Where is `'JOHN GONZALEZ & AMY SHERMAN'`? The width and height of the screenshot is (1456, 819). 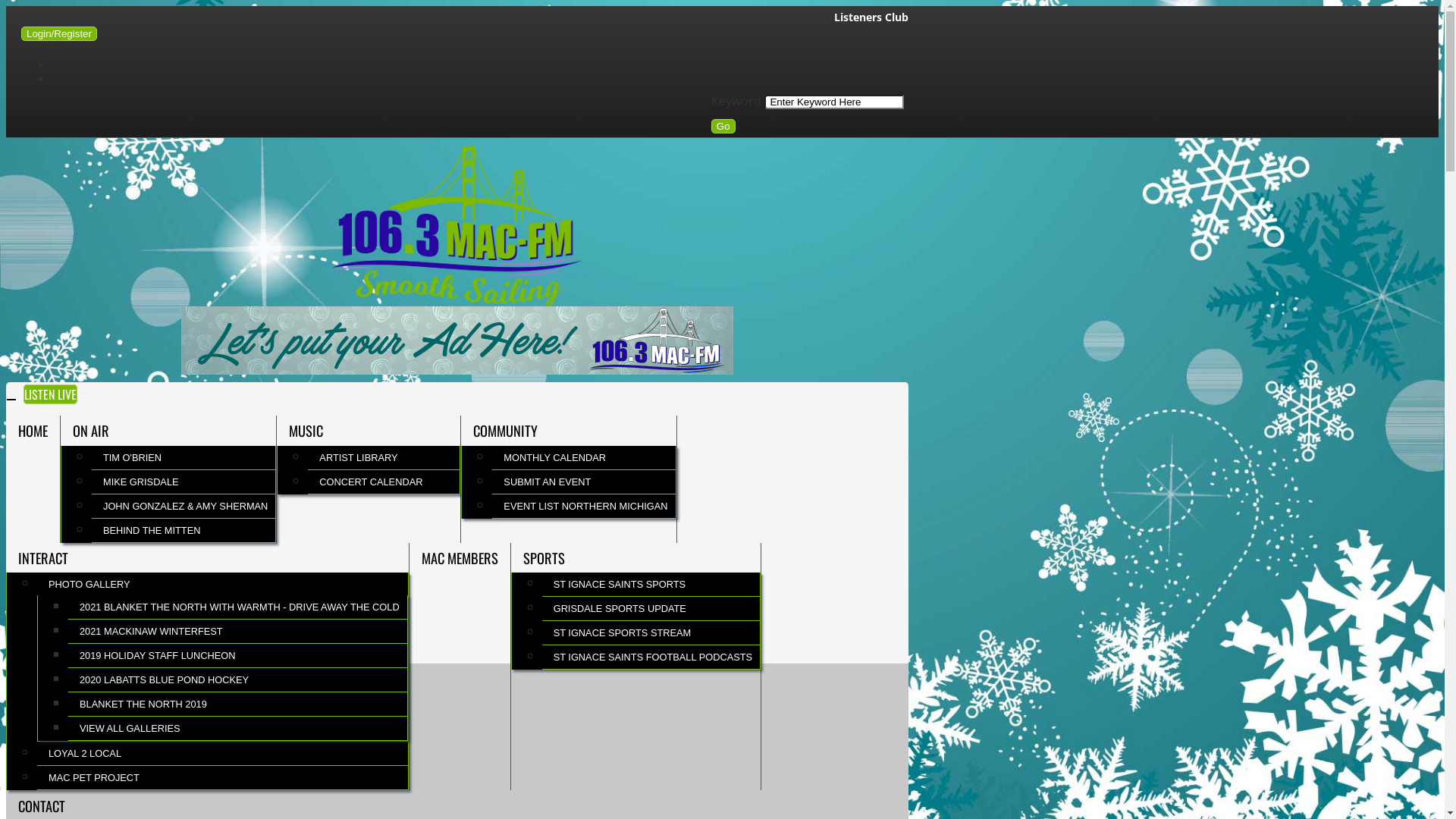
'JOHN GONZALEZ & AMY SHERMAN' is located at coordinates (182, 506).